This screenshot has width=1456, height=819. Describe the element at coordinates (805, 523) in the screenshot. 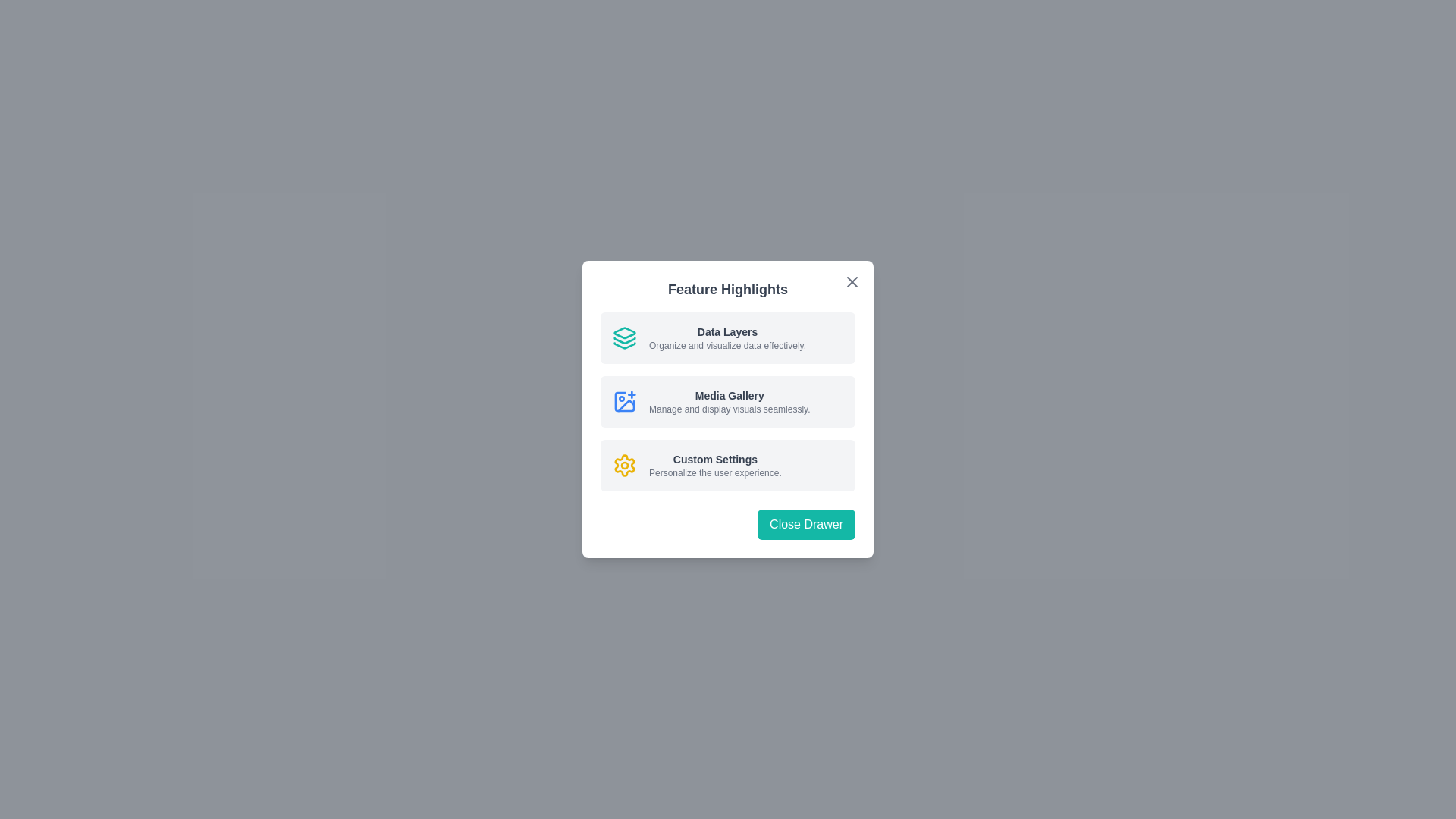

I see `the close button located` at that location.